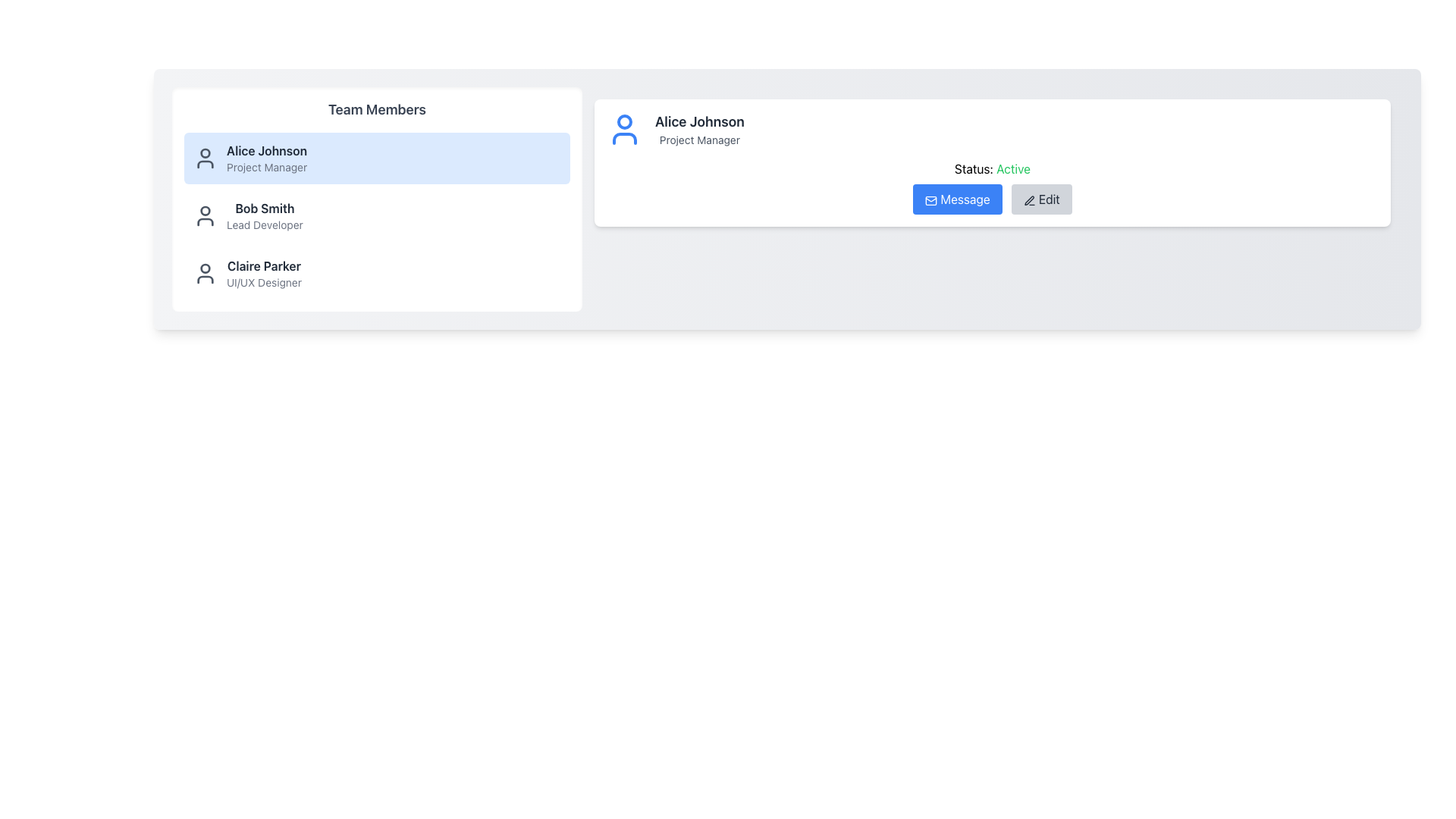 This screenshot has width=1456, height=819. I want to click on the 'Message' button icon, which is located in the right section of the interface and indicates functionality for sending messages, positioned to the left of the 'Edit' button, so click(930, 199).